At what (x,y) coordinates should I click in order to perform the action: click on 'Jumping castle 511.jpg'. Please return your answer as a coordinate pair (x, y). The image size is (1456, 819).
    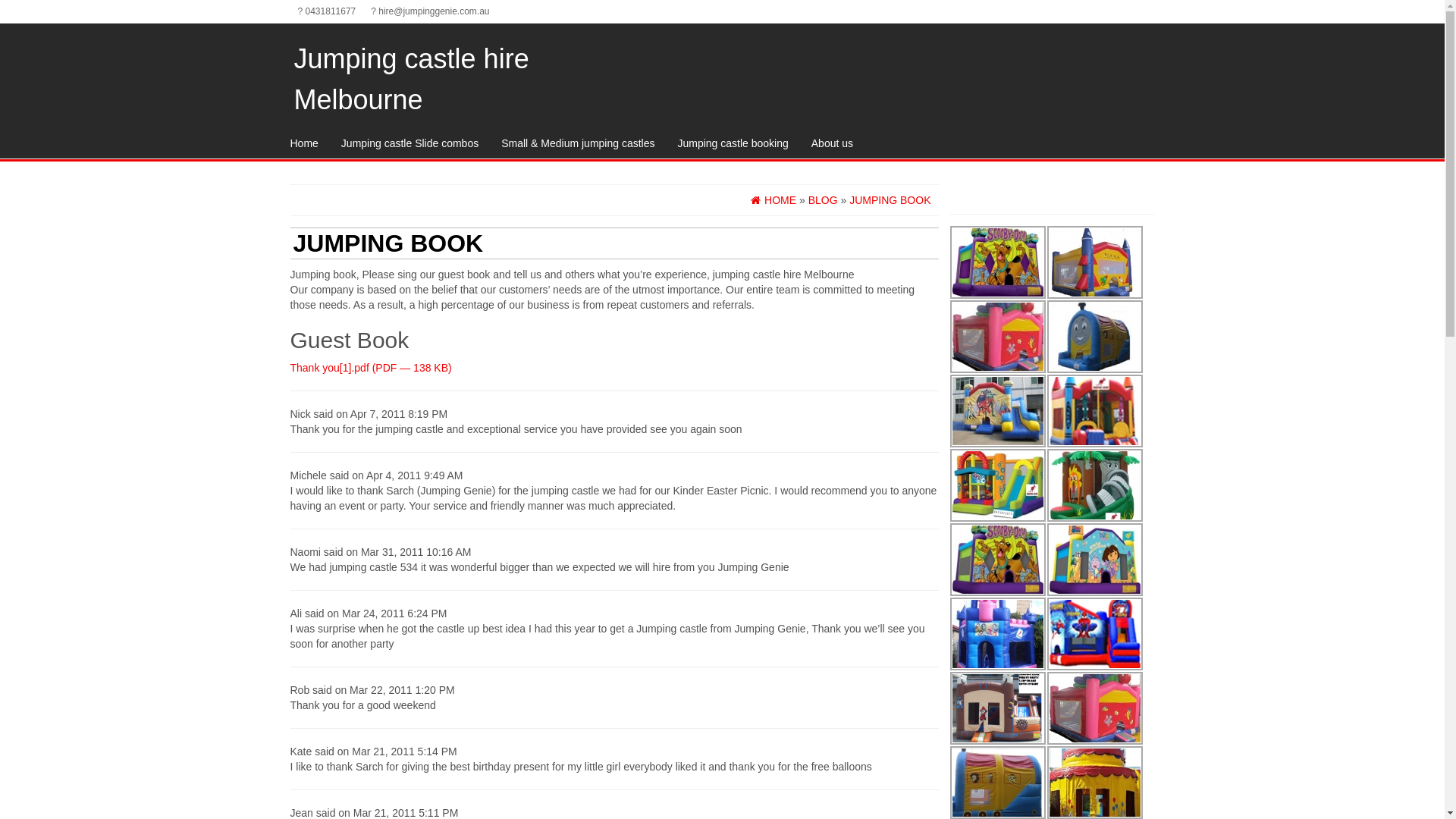
    Looking at the image, I should click on (1094, 708).